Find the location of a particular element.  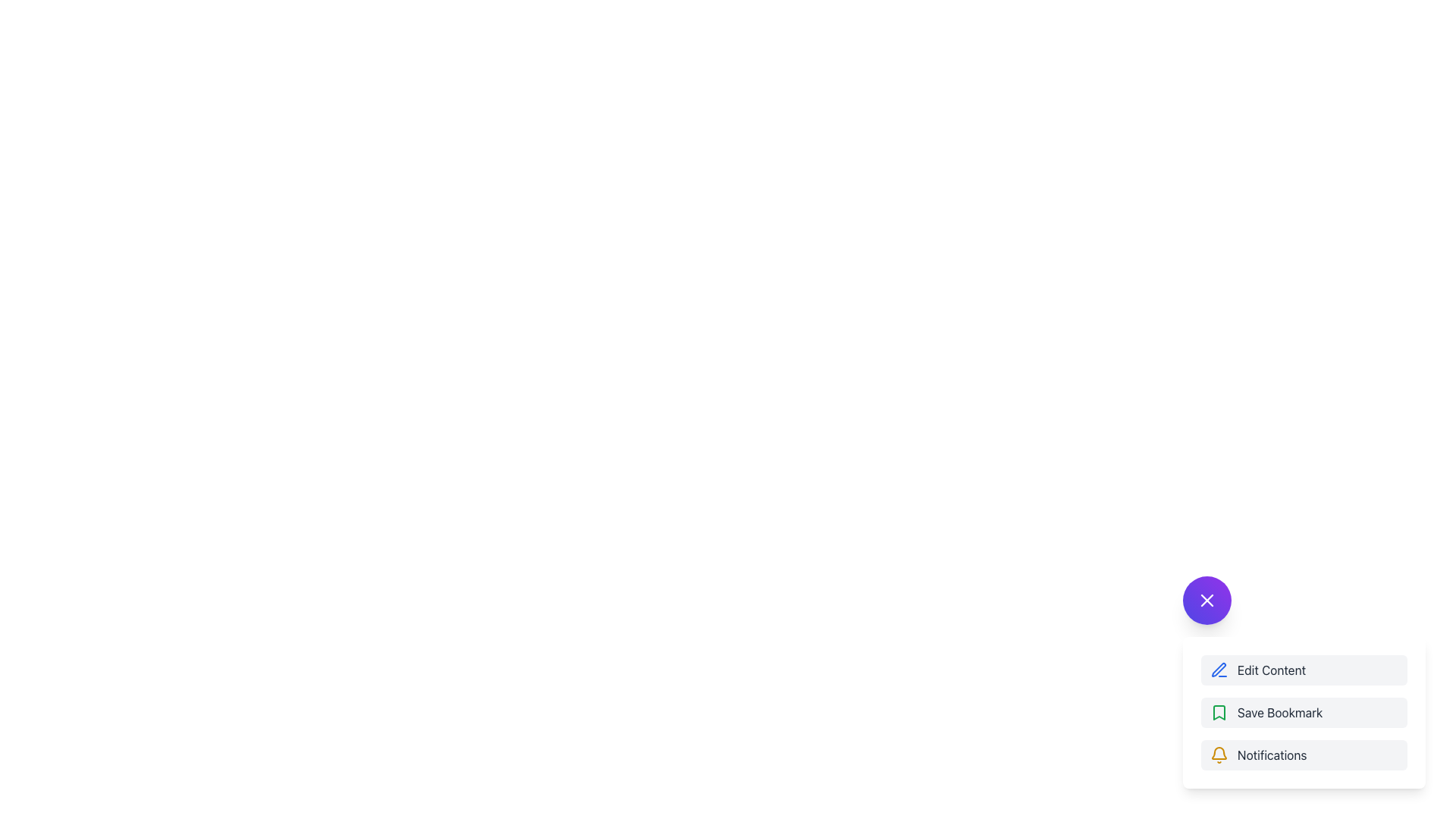

the 'Notifications' text label located in the bottom-right corner of the interface, which serves as a descriptor for the associated menu option is located at coordinates (1272, 755).